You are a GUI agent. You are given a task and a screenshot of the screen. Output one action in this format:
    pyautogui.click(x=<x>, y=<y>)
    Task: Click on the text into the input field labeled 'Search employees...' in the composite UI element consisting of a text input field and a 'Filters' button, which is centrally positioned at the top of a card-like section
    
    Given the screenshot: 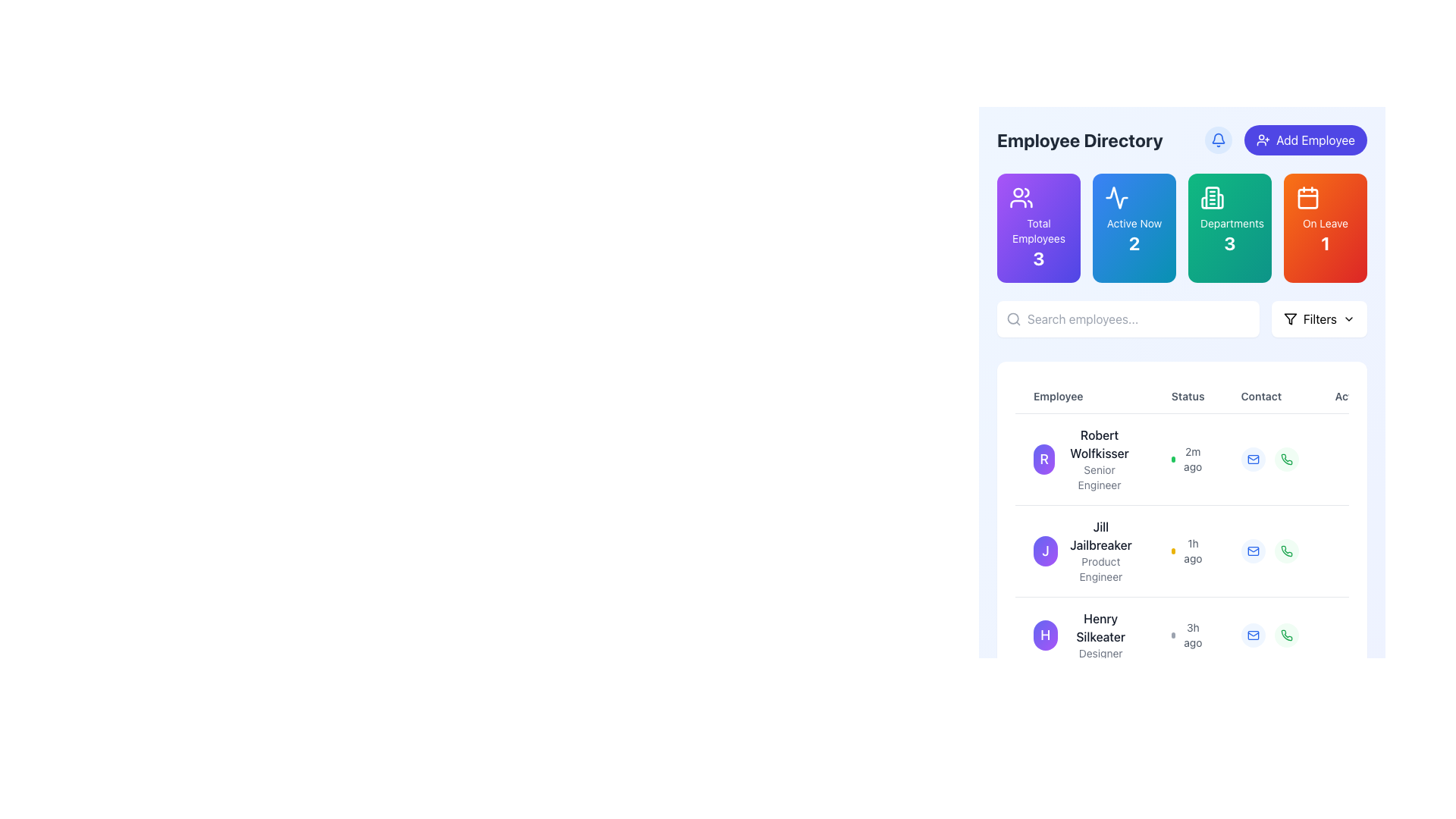 What is the action you would take?
    pyautogui.click(x=1181, y=318)
    